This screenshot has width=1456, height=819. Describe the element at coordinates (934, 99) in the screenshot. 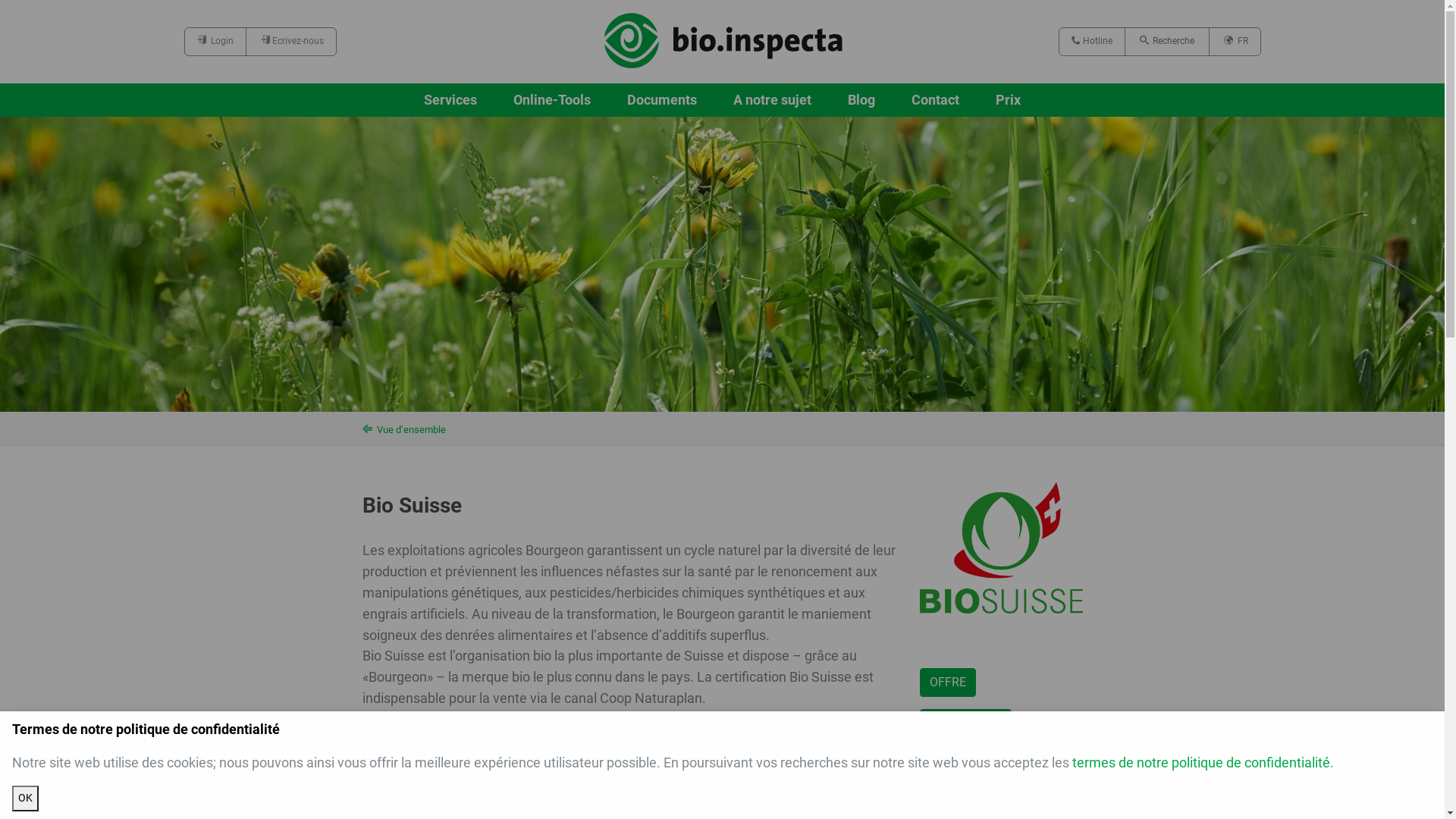

I see `'Contact'` at that location.